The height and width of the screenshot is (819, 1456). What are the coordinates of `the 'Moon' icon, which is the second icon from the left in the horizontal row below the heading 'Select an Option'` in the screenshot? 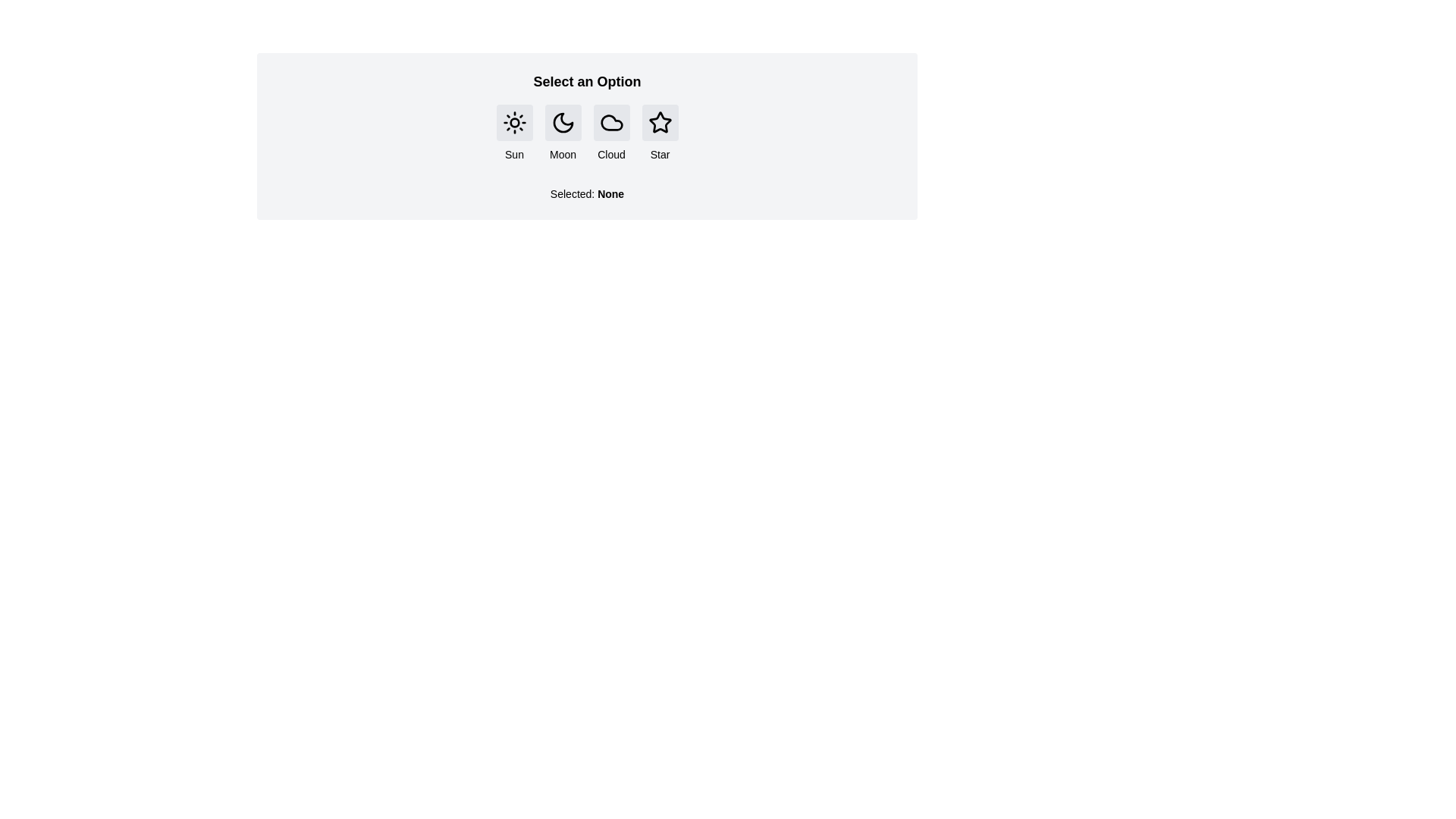 It's located at (562, 122).